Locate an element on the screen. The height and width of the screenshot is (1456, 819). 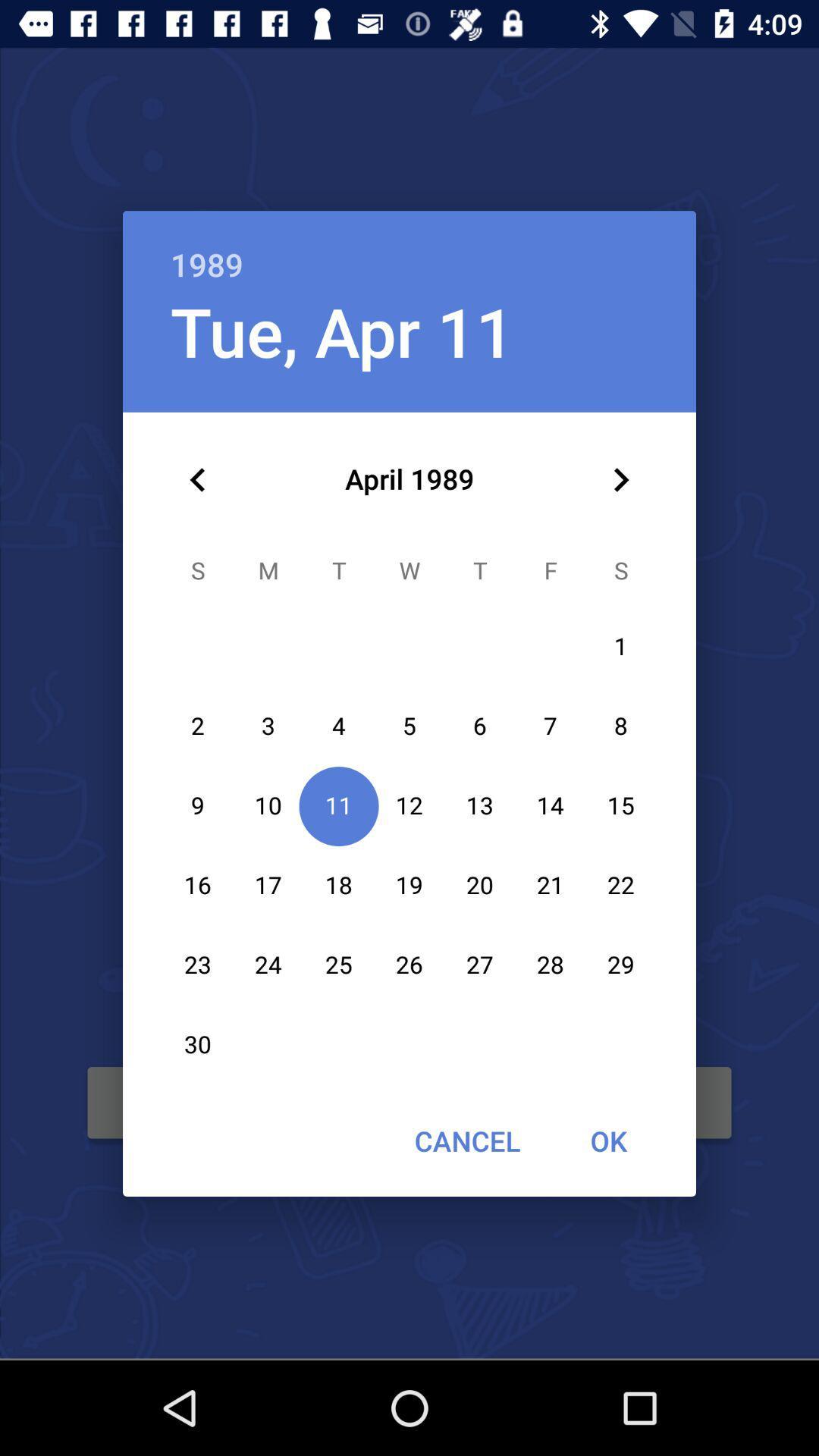
item next to the cancel is located at coordinates (607, 1141).